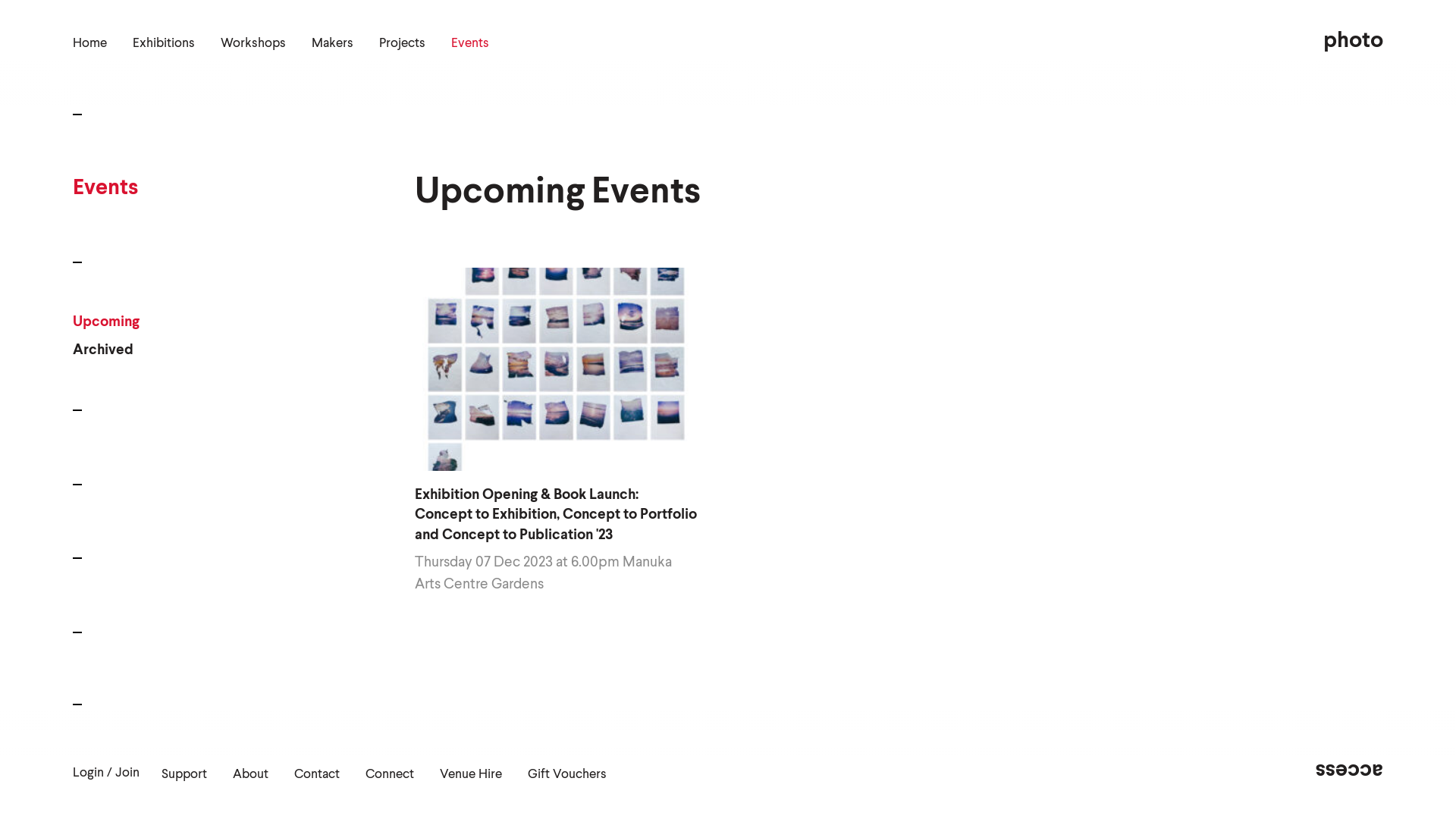  I want to click on 'Support', so click(184, 774).